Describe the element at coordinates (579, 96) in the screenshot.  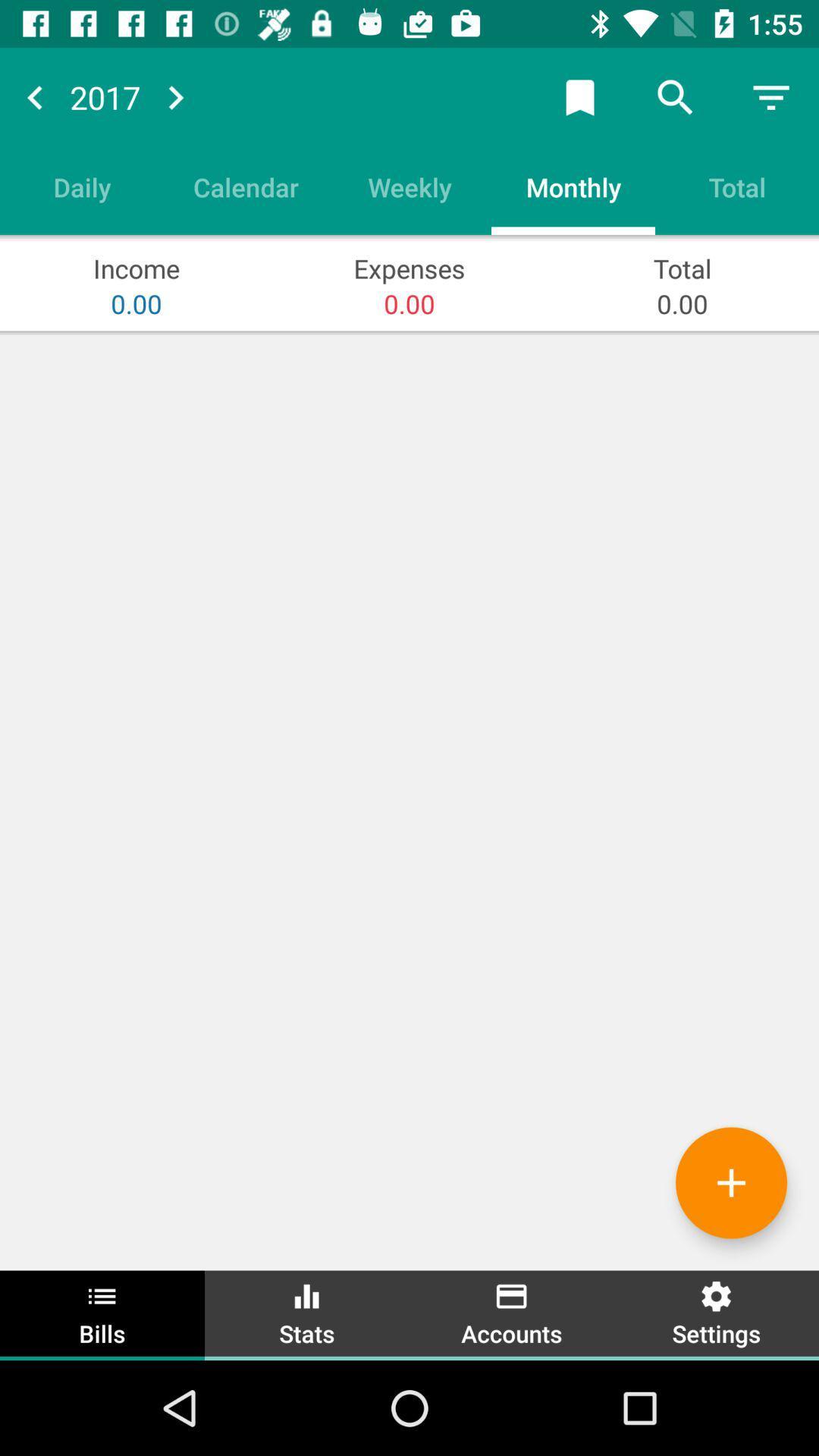
I see `the bookmark icon` at that location.